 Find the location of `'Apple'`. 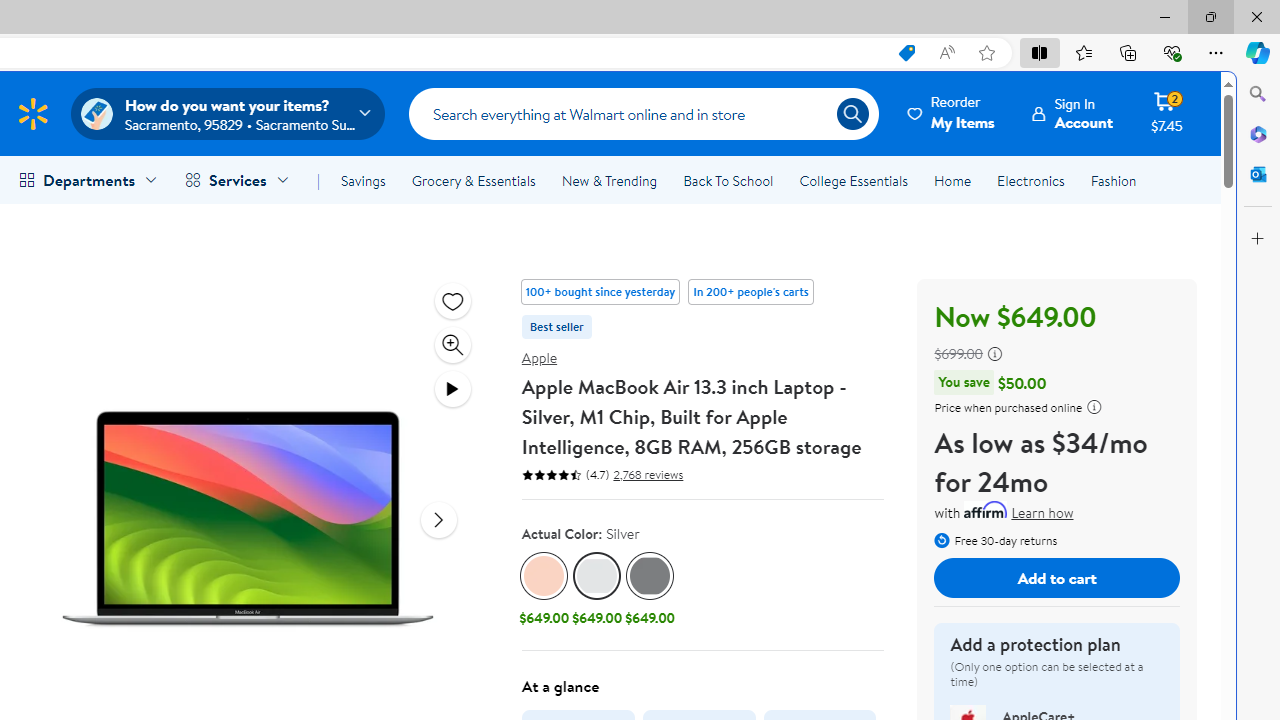

'Apple' is located at coordinates (539, 356).